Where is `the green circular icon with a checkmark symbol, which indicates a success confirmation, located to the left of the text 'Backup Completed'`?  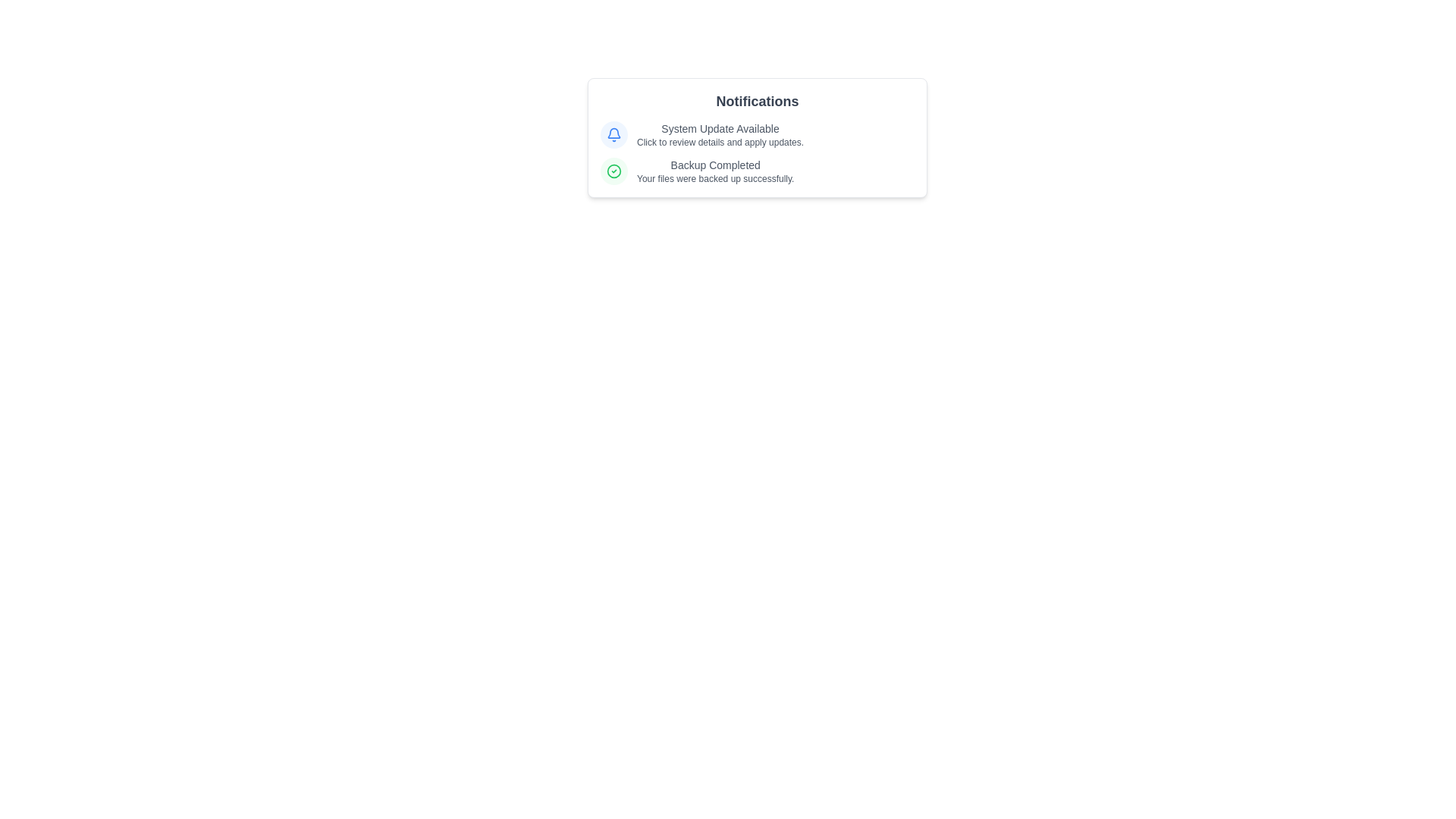
the green circular icon with a checkmark symbol, which indicates a success confirmation, located to the left of the text 'Backup Completed' is located at coordinates (614, 171).